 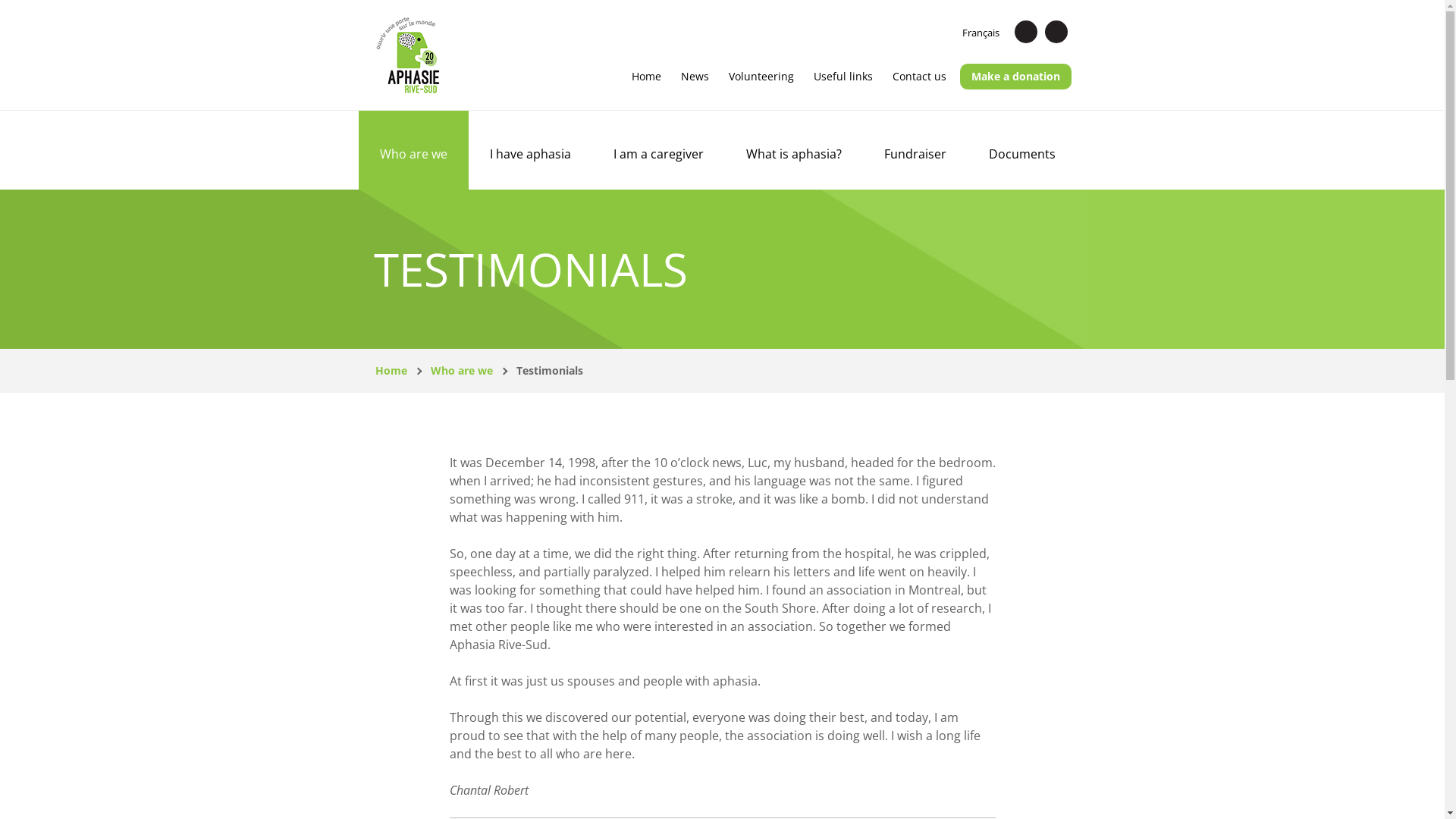 What do you see at coordinates (841, 77) in the screenshot?
I see `'Useful links'` at bounding box center [841, 77].